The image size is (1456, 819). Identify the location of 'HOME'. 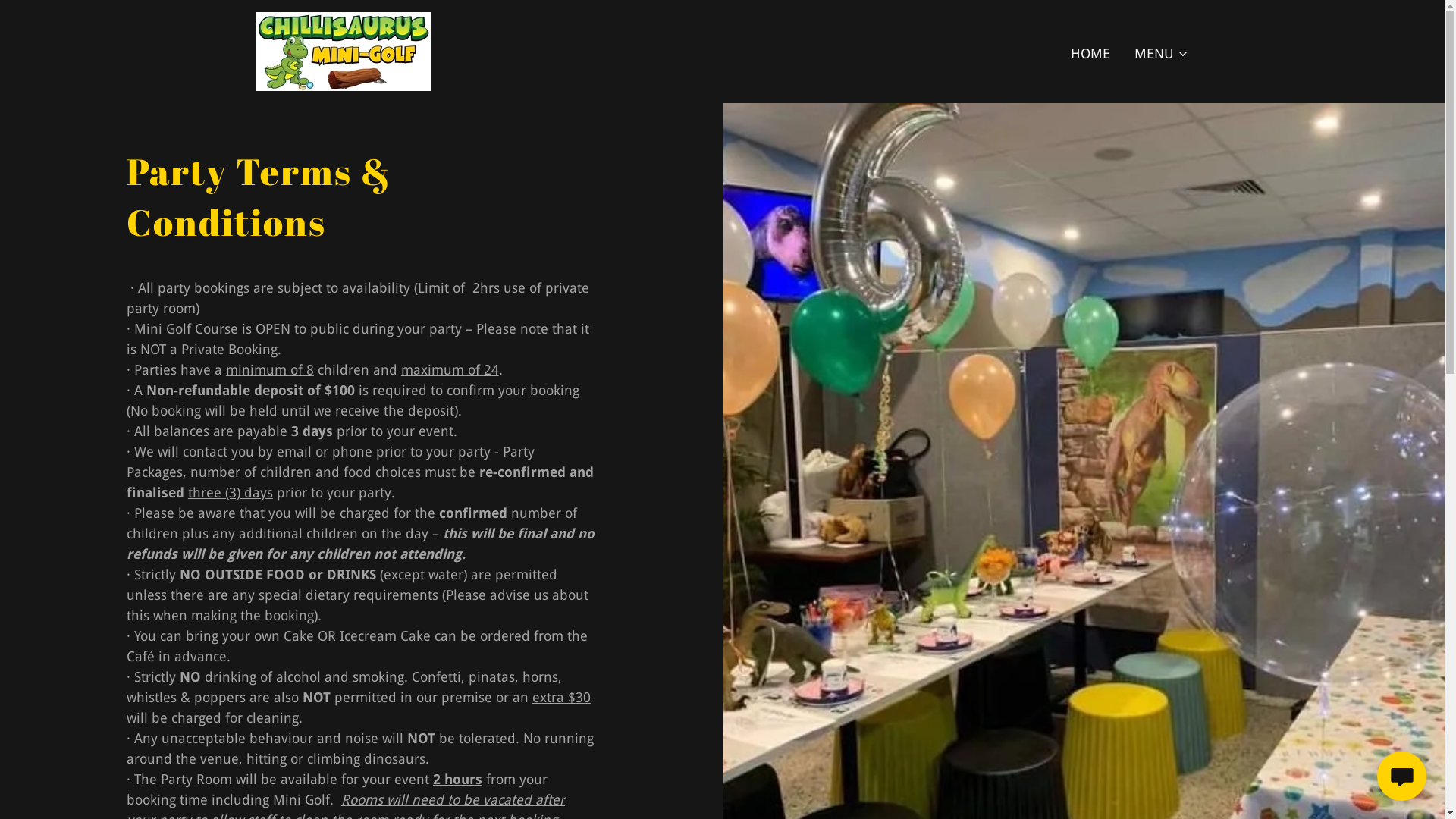
(1090, 52).